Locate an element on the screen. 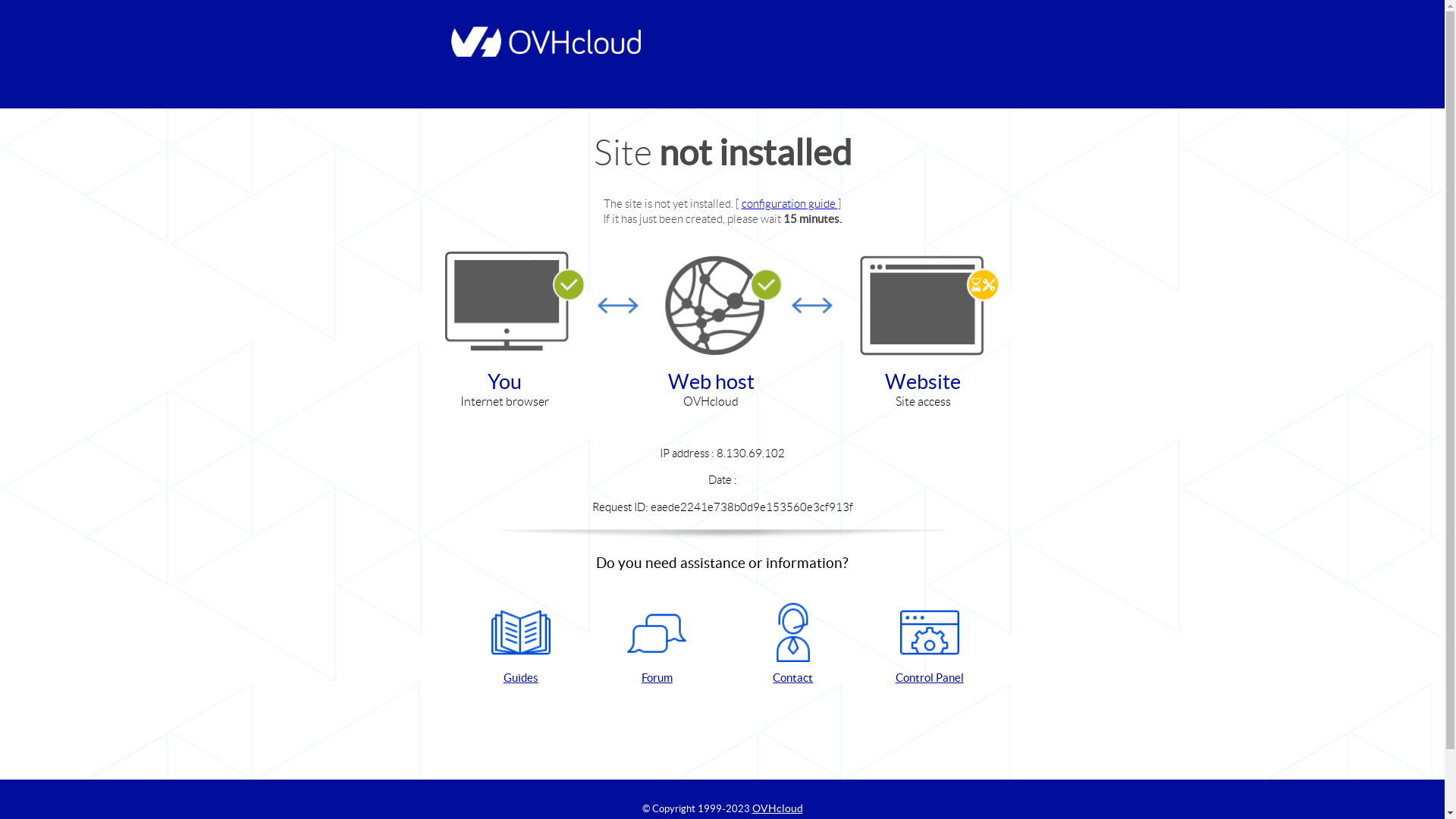  'Control Panel' is located at coordinates (928, 644).